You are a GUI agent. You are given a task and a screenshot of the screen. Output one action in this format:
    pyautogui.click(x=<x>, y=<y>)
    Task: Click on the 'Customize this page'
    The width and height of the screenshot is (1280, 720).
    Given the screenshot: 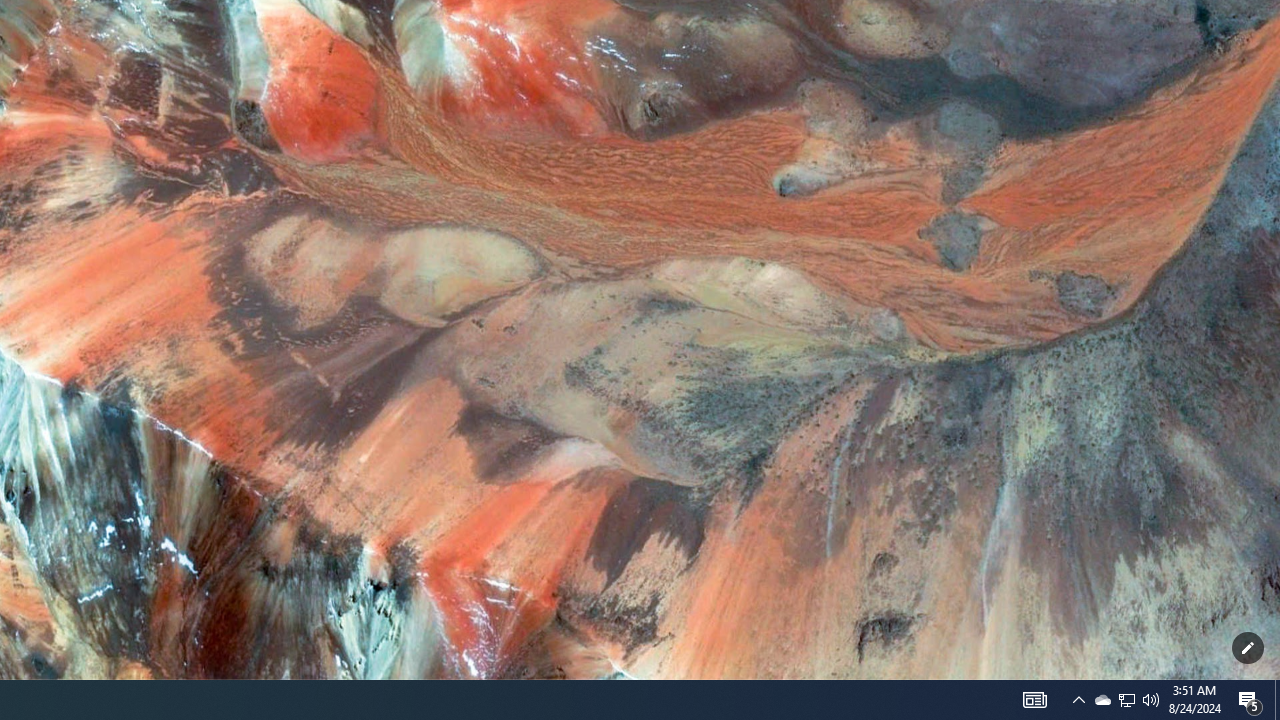 What is the action you would take?
    pyautogui.click(x=1247, y=648)
    